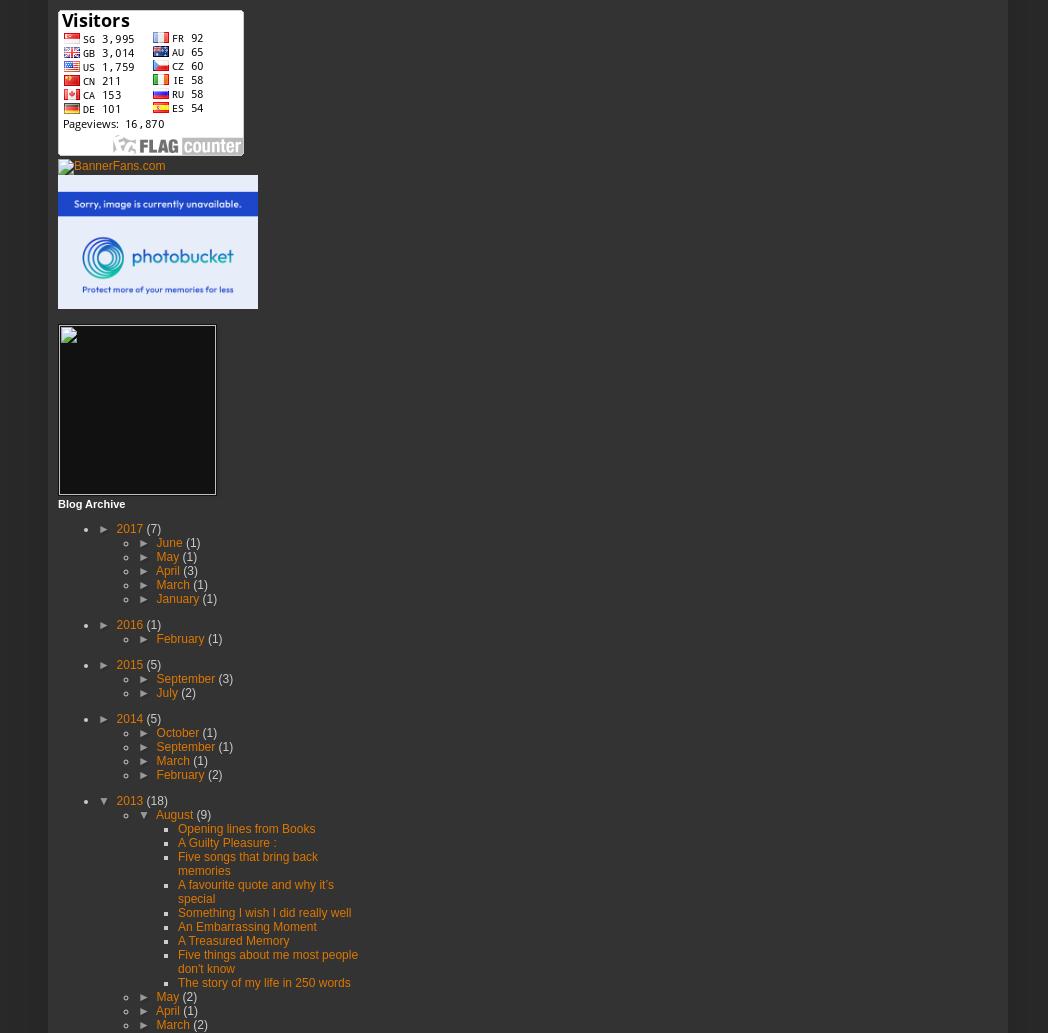 The width and height of the screenshot is (1048, 1033). What do you see at coordinates (174, 814) in the screenshot?
I see `'August'` at bounding box center [174, 814].